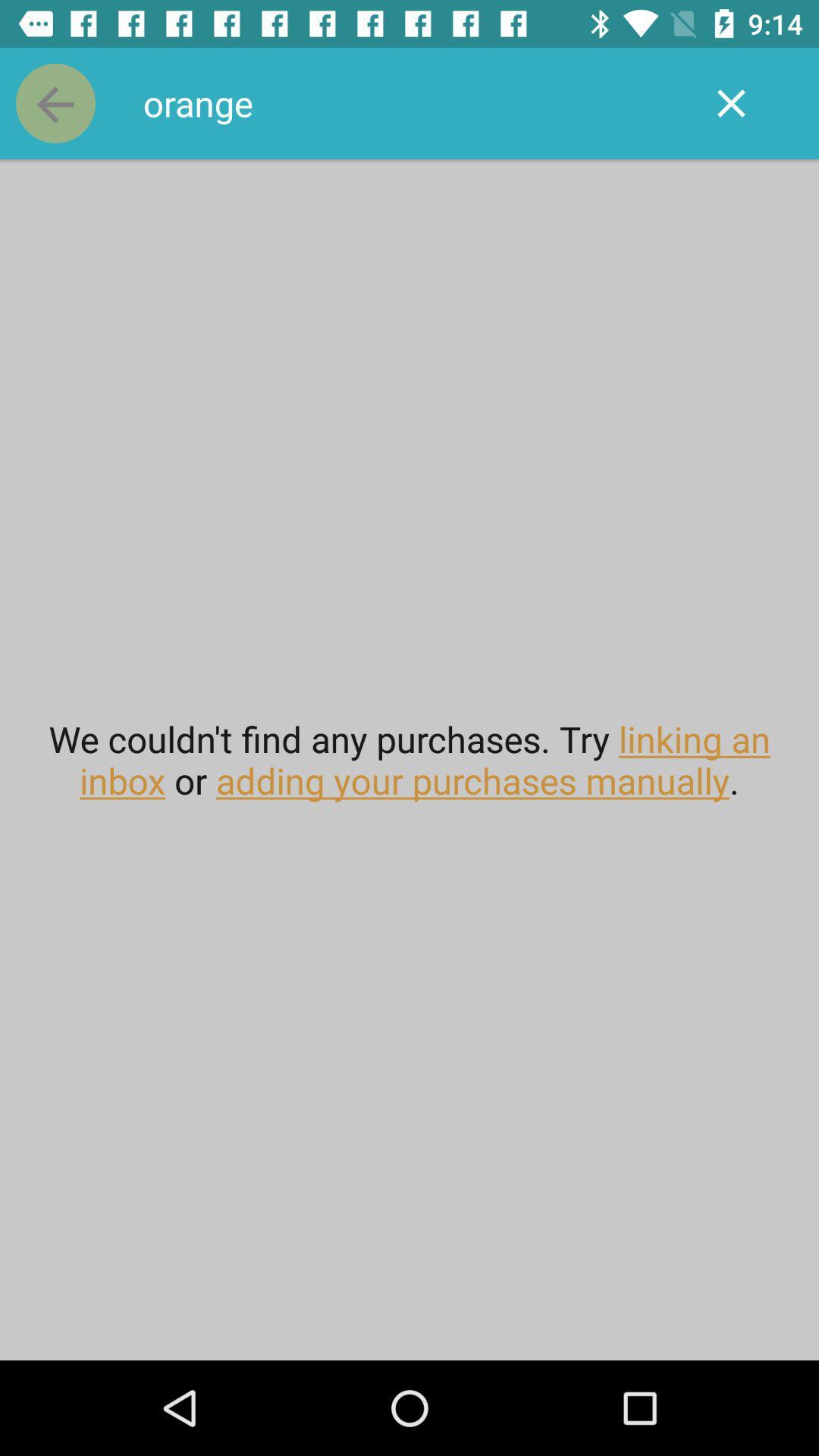 This screenshot has width=819, height=1456. Describe the element at coordinates (730, 102) in the screenshot. I see `icon to the right of orange` at that location.